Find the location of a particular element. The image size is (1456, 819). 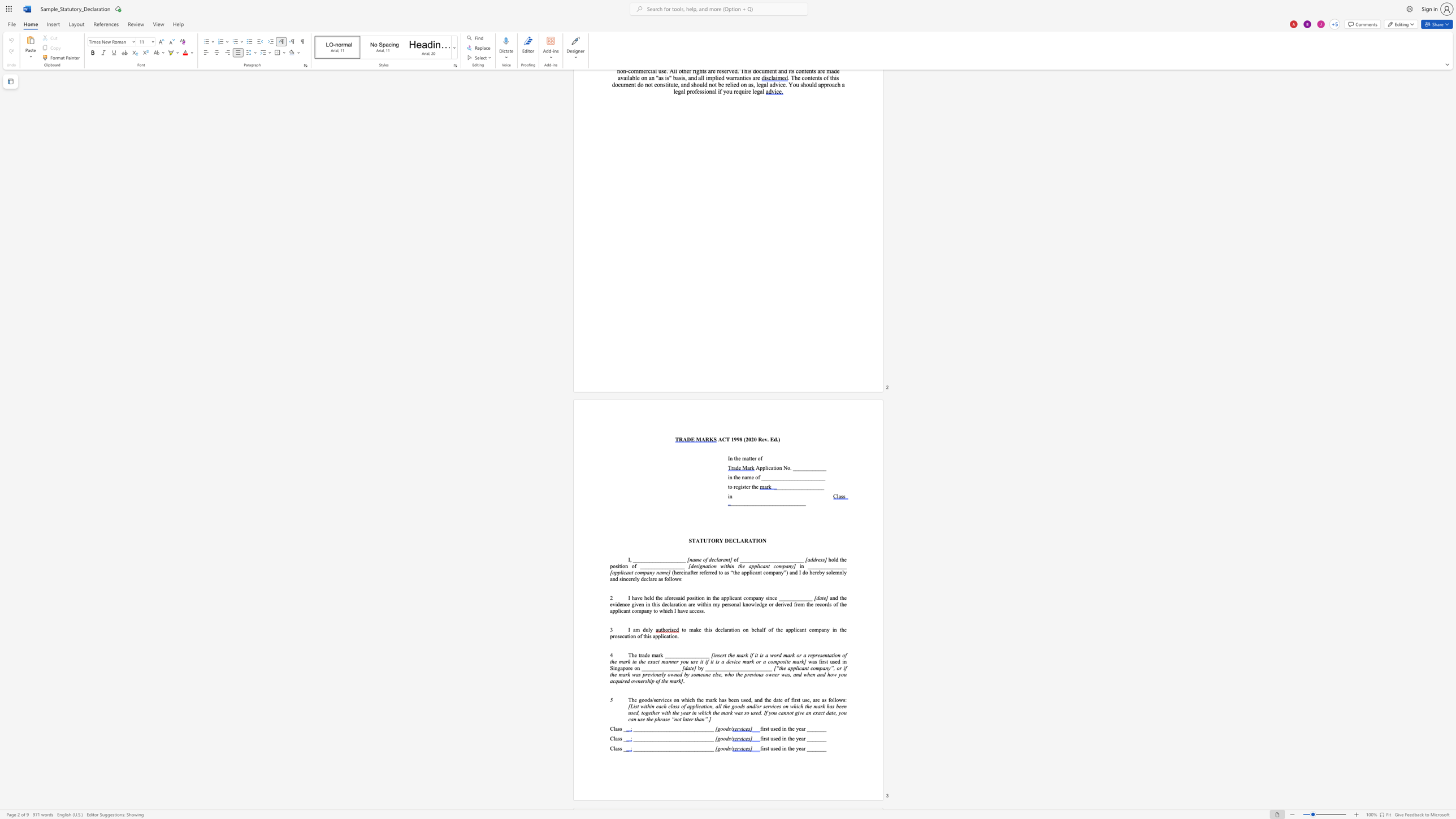

the 5th character "_" in the text is located at coordinates (773, 478).